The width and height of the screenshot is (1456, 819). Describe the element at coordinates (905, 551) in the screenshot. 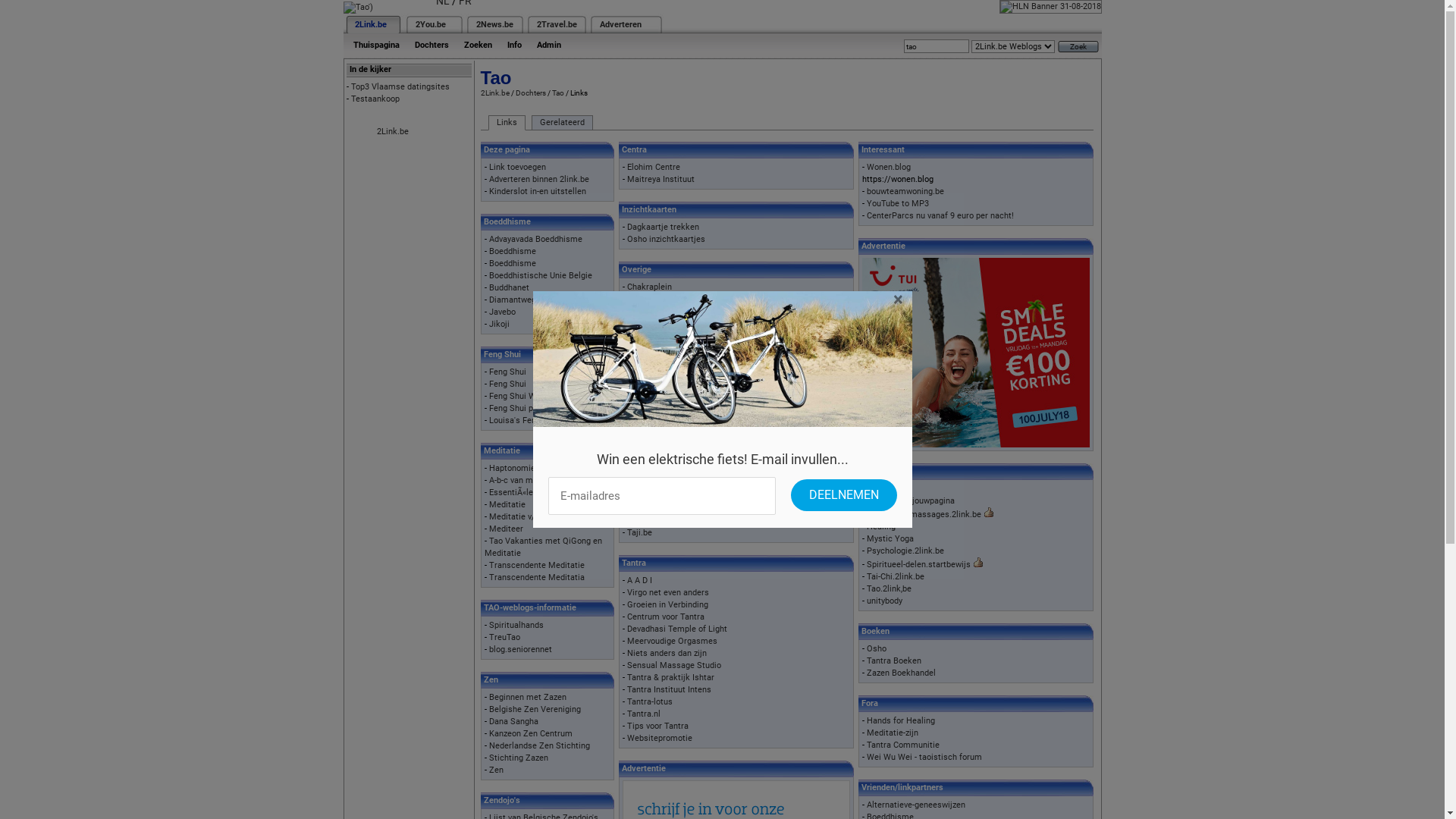

I see `'Psychologie.2link.be'` at that location.